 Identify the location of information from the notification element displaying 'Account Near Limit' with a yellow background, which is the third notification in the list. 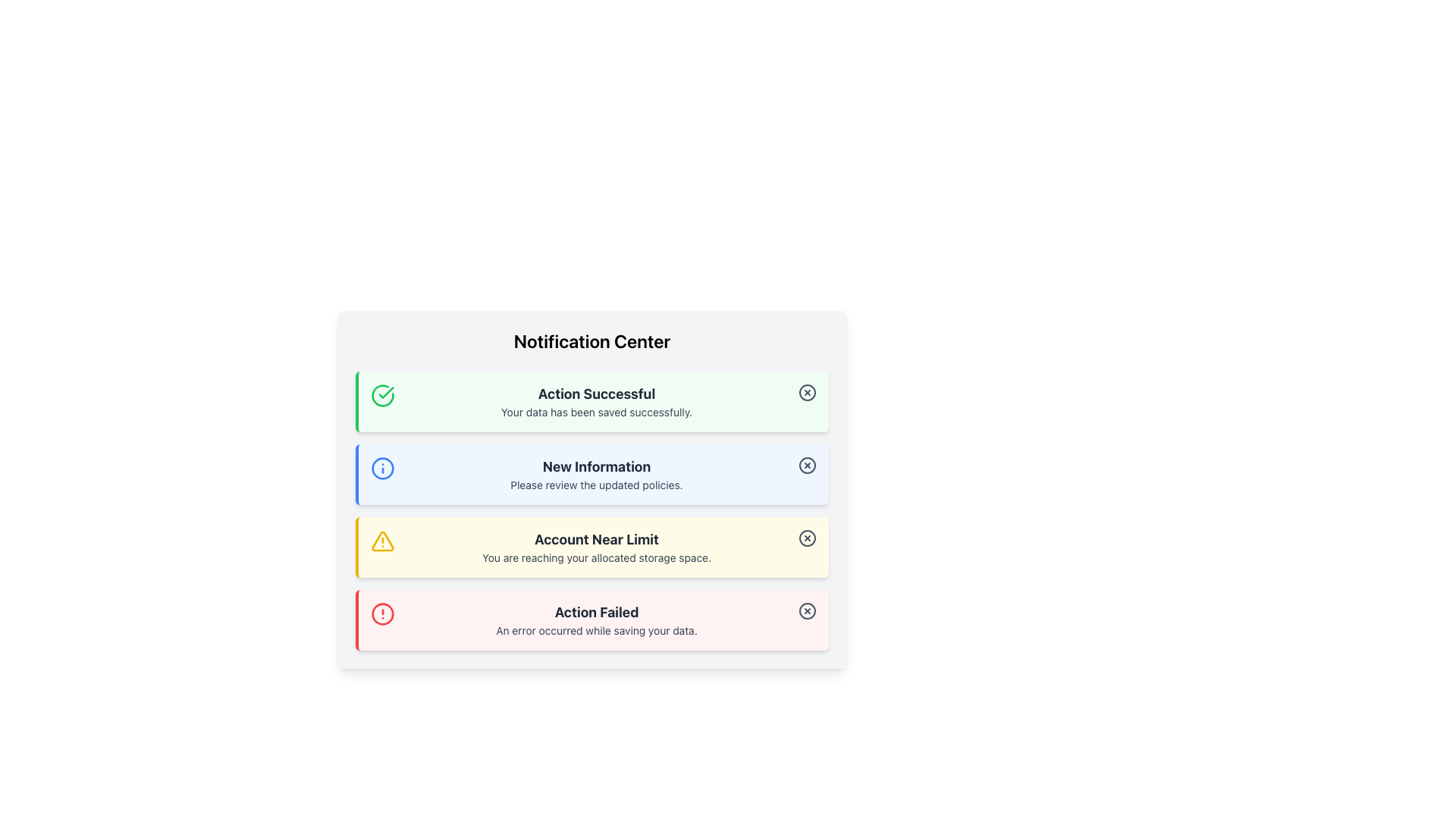
(596, 547).